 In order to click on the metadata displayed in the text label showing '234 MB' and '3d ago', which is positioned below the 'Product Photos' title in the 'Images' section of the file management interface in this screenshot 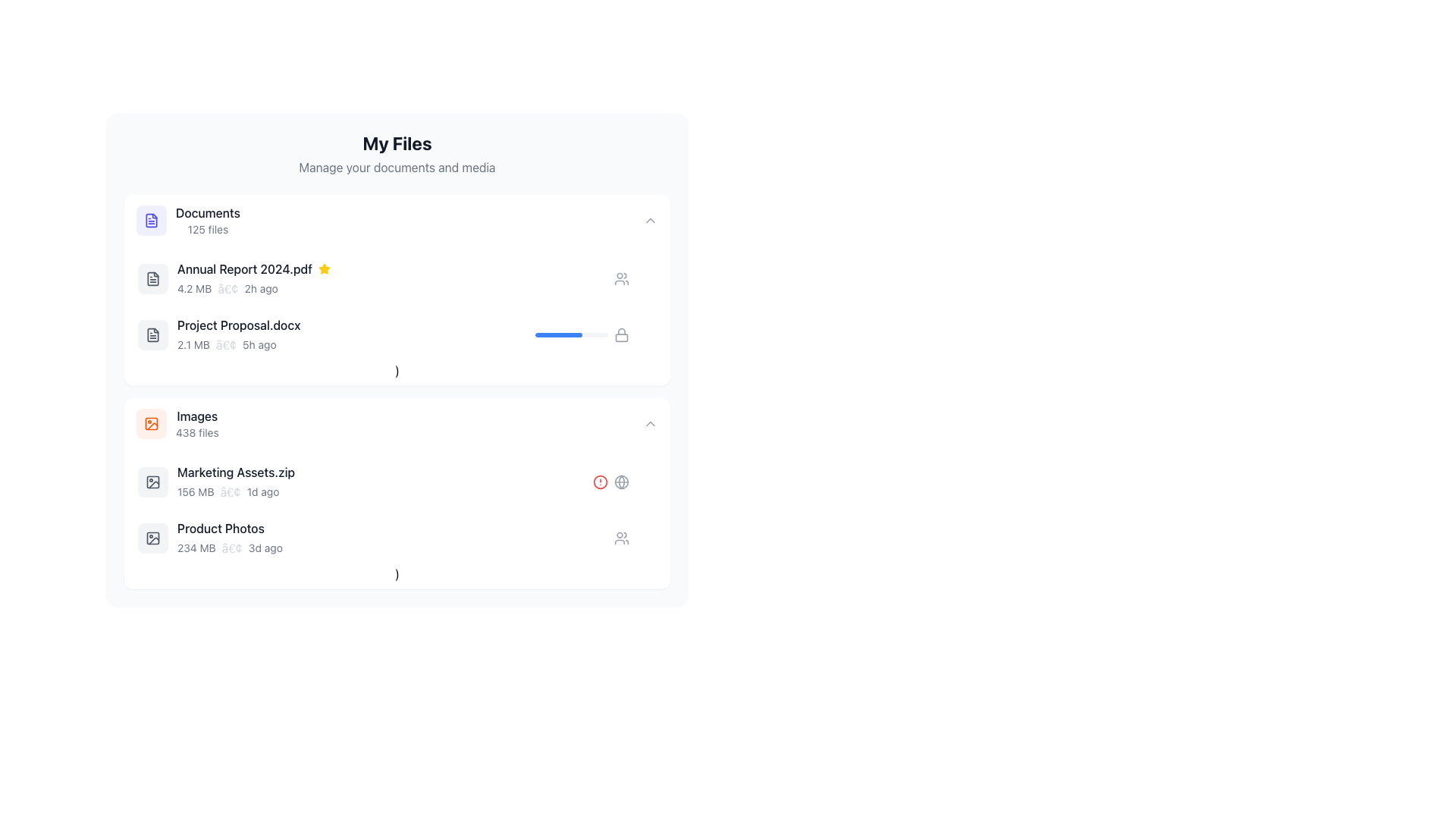, I will do `click(396, 548)`.